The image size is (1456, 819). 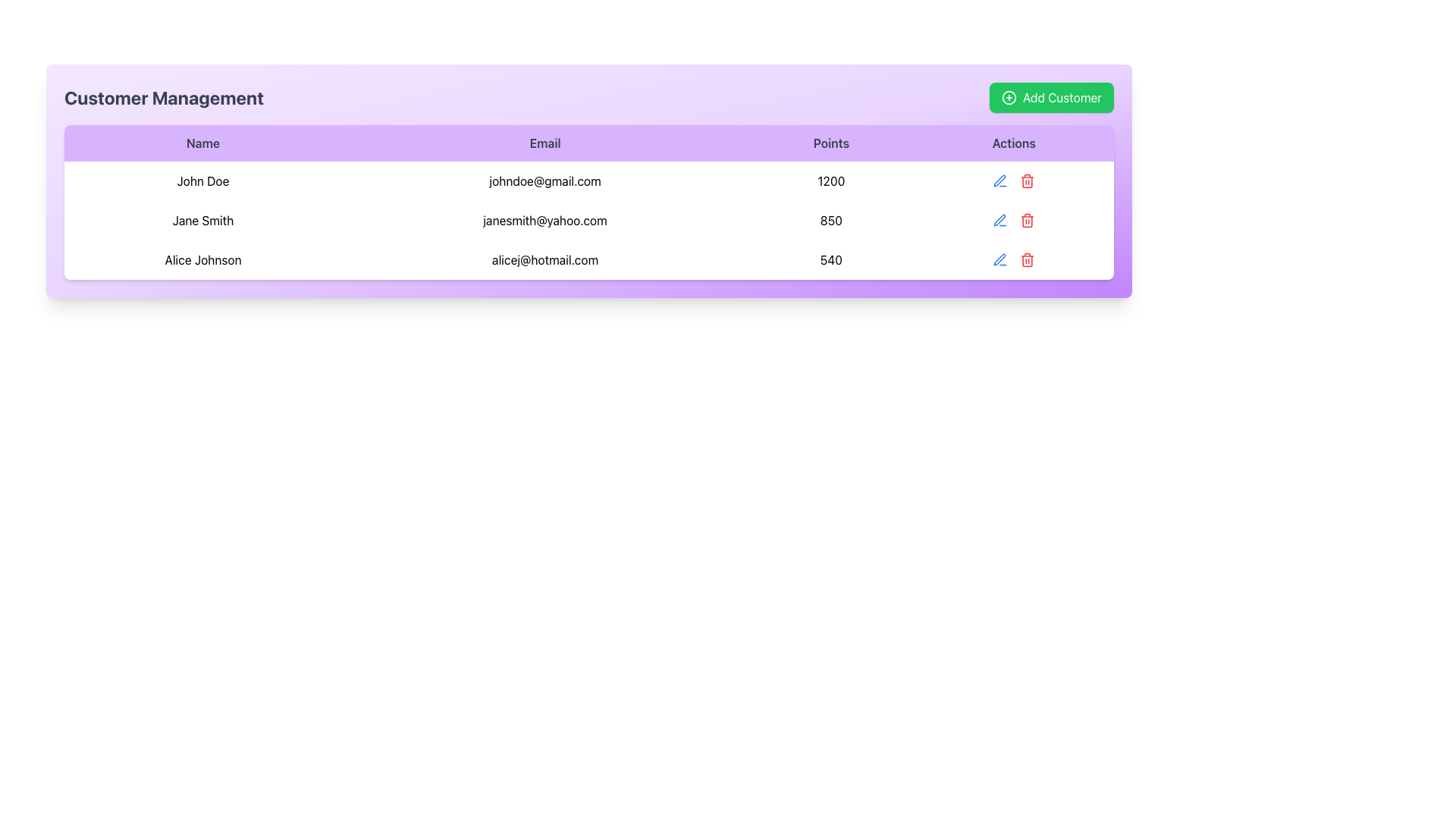 I want to click on the 'Name' label, which is styled with bold serif font on a lavender background and positioned in the first column of the header row in a data table, so click(x=202, y=143).